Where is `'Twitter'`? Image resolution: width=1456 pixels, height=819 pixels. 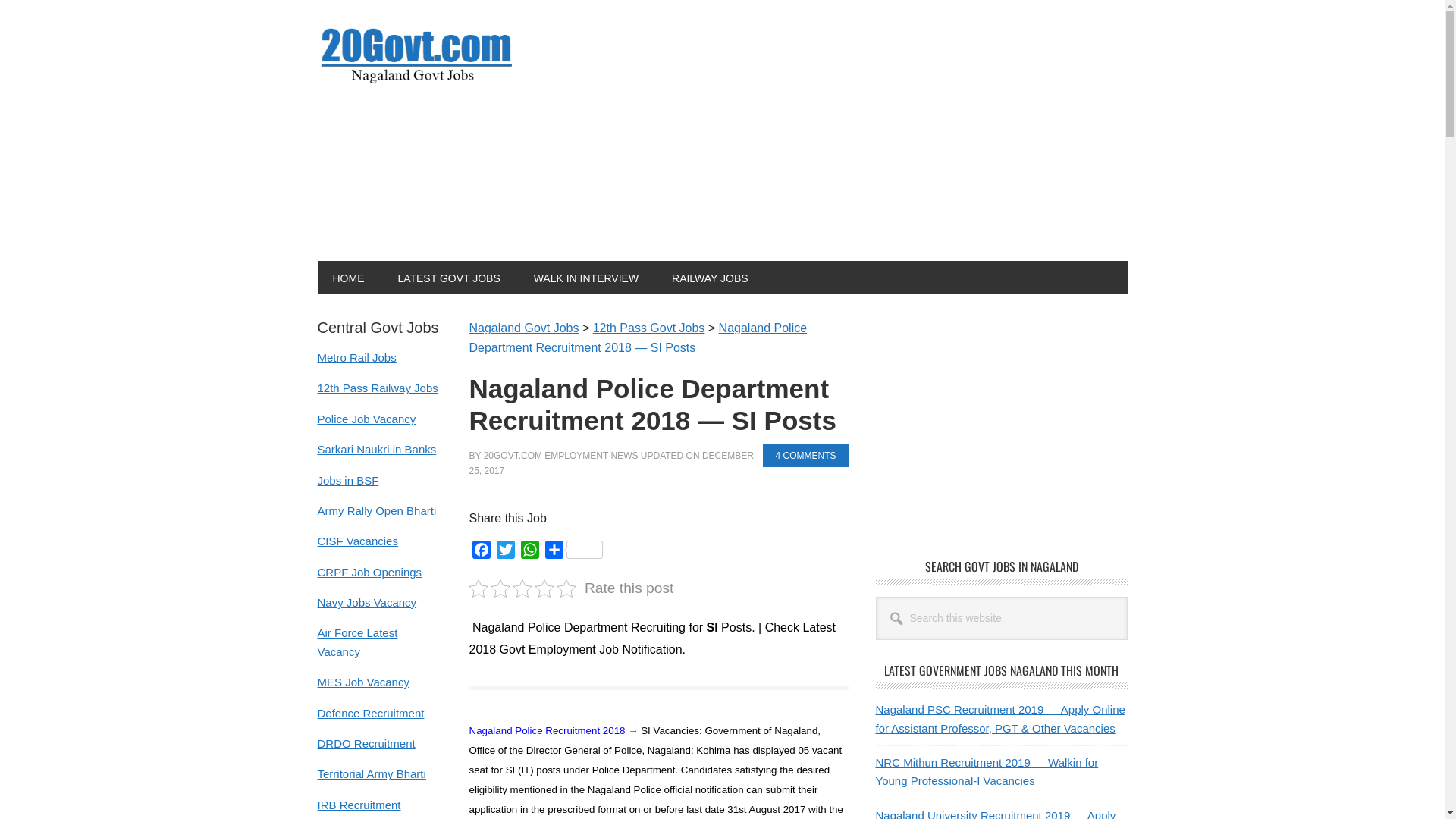 'Twitter' is located at coordinates (505, 552).